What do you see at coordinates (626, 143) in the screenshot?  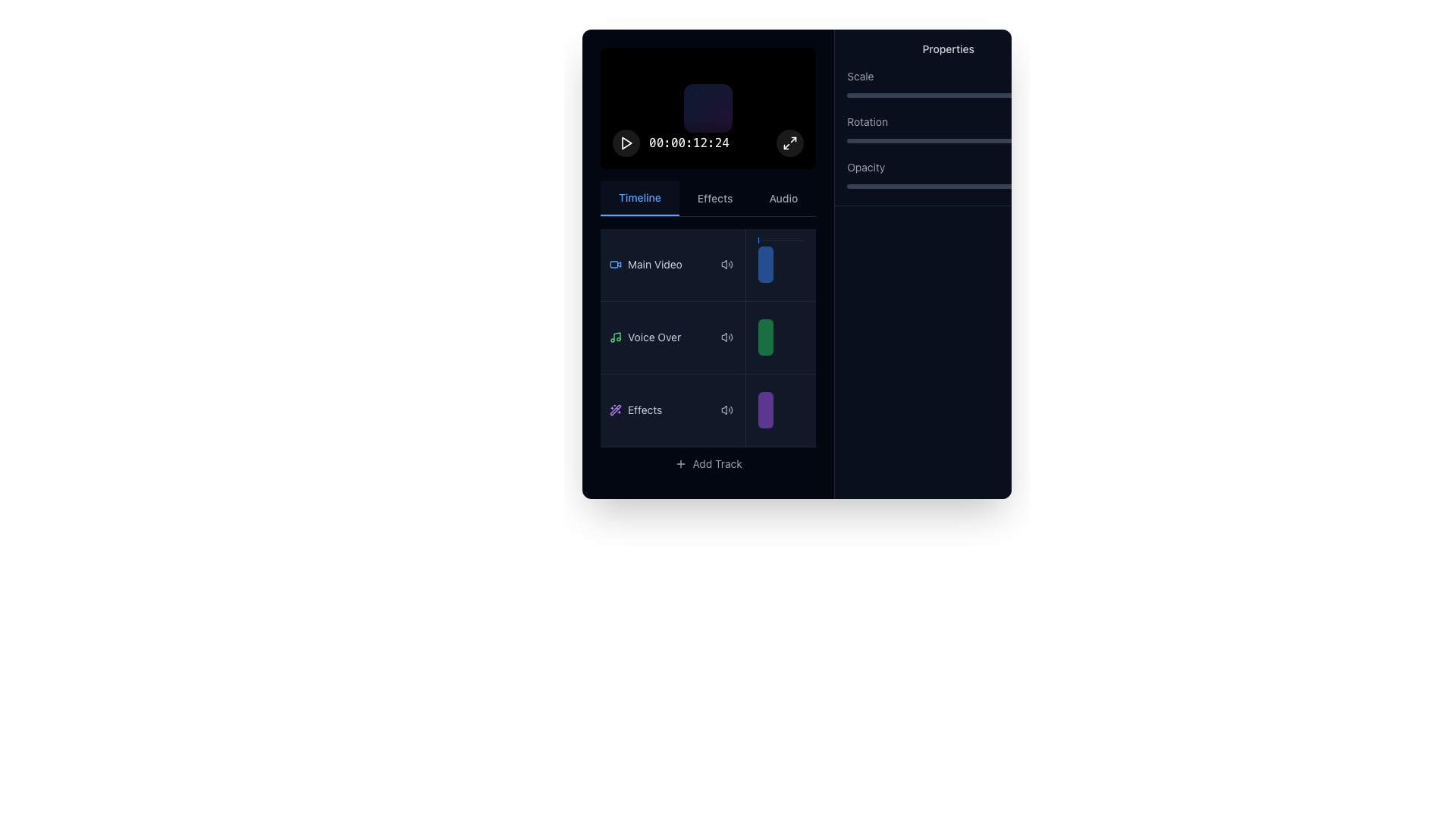 I see `the red circular Icon button located in the top-left section of the interface` at bounding box center [626, 143].